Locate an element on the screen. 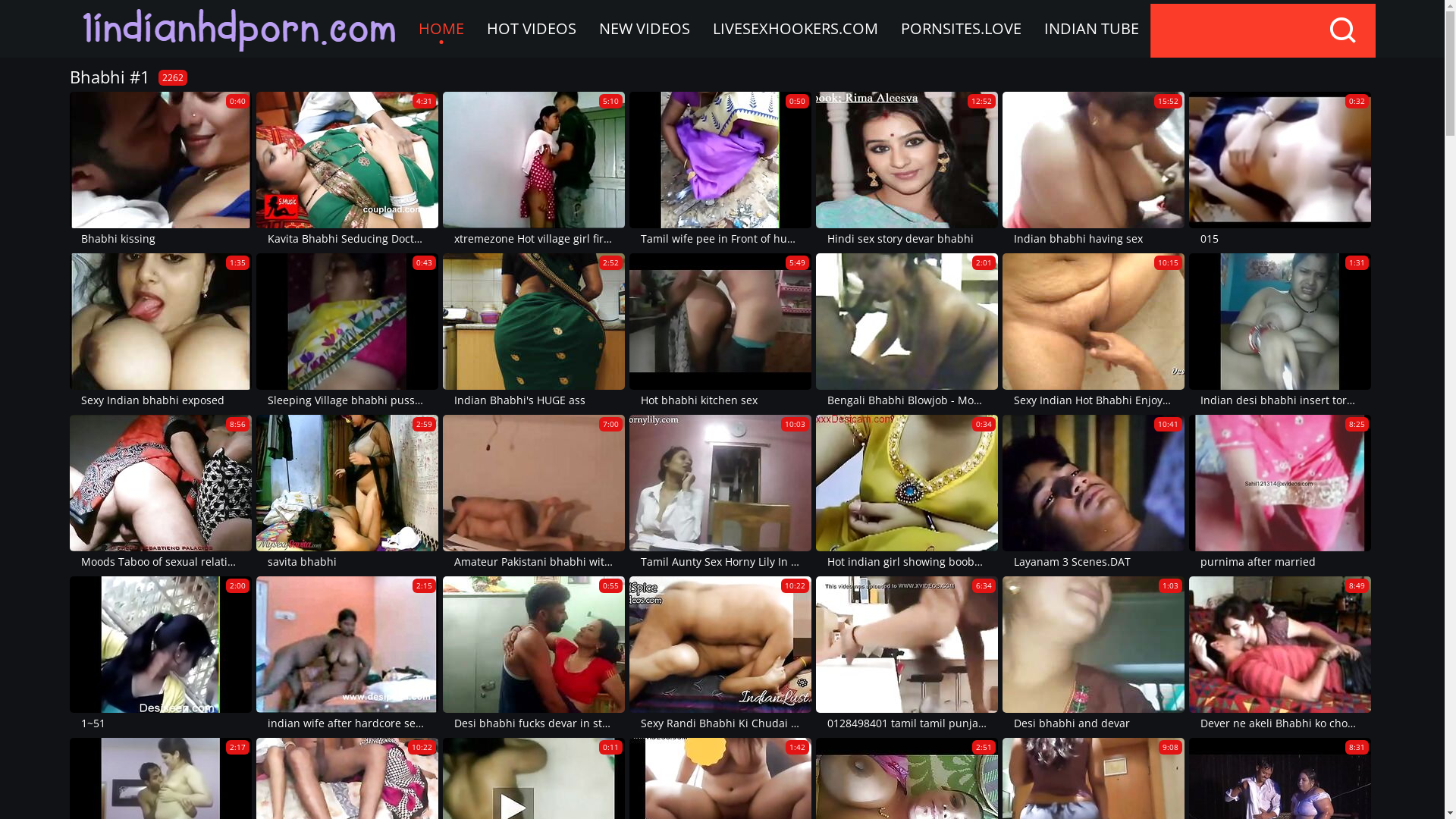  '0:55 is located at coordinates (442, 654).